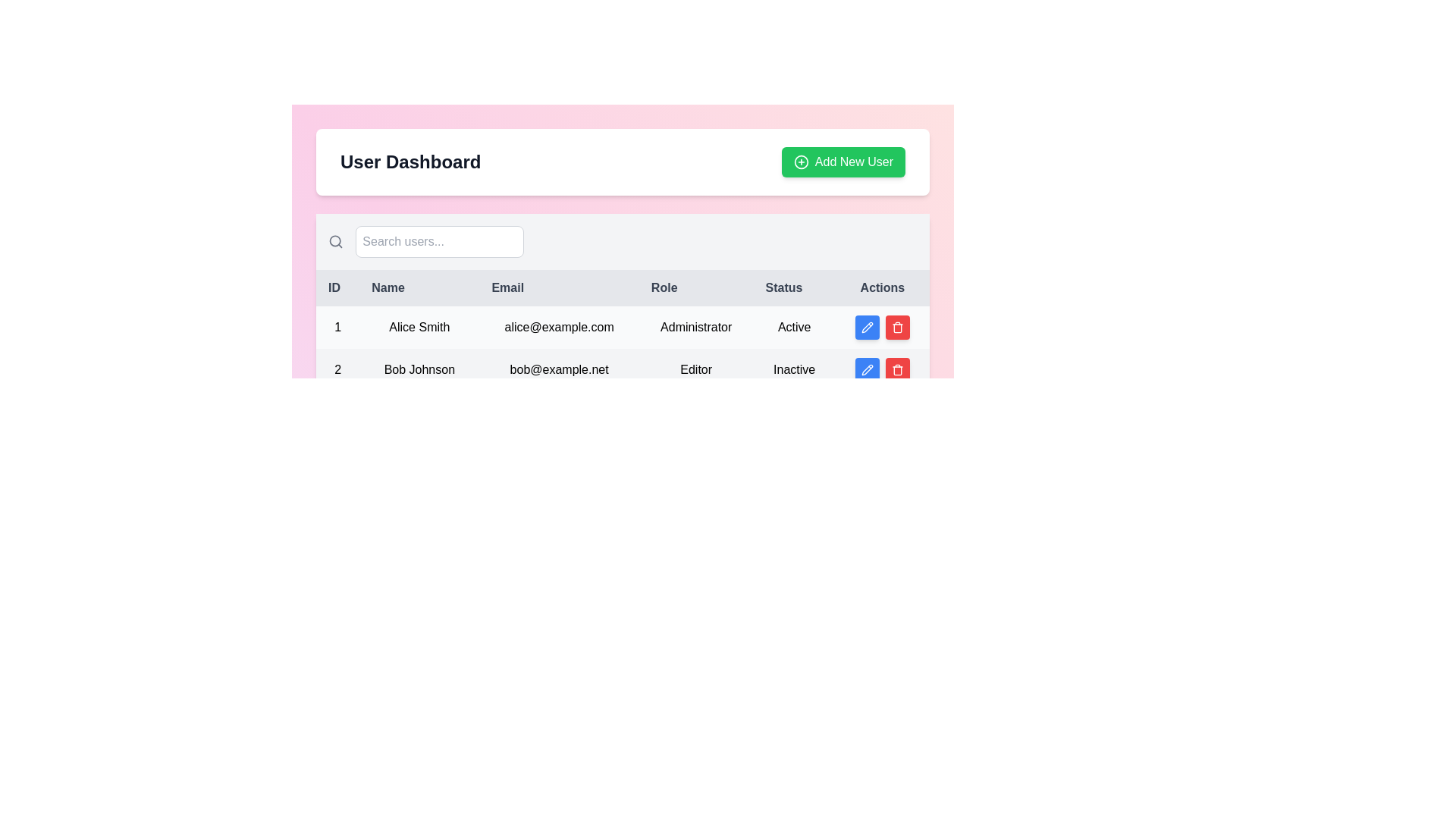 The image size is (1456, 819). I want to click on the static text element that uniquely identifies the record for 'Alice Smith' in the first row of the data table under the 'ID' column, so click(337, 327).